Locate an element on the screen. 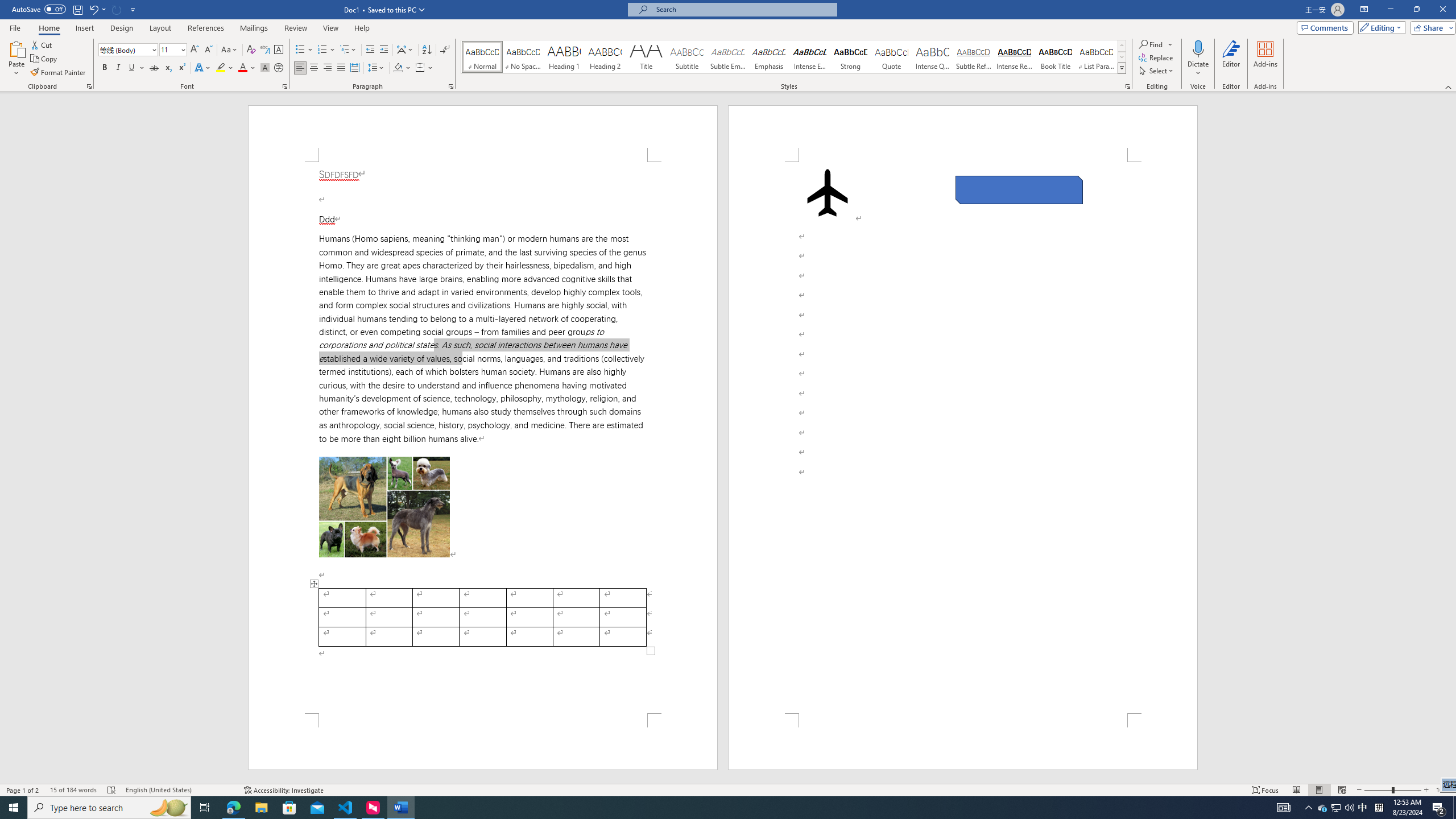 The width and height of the screenshot is (1456, 819). 'Emphasis' is located at coordinates (768, 56).